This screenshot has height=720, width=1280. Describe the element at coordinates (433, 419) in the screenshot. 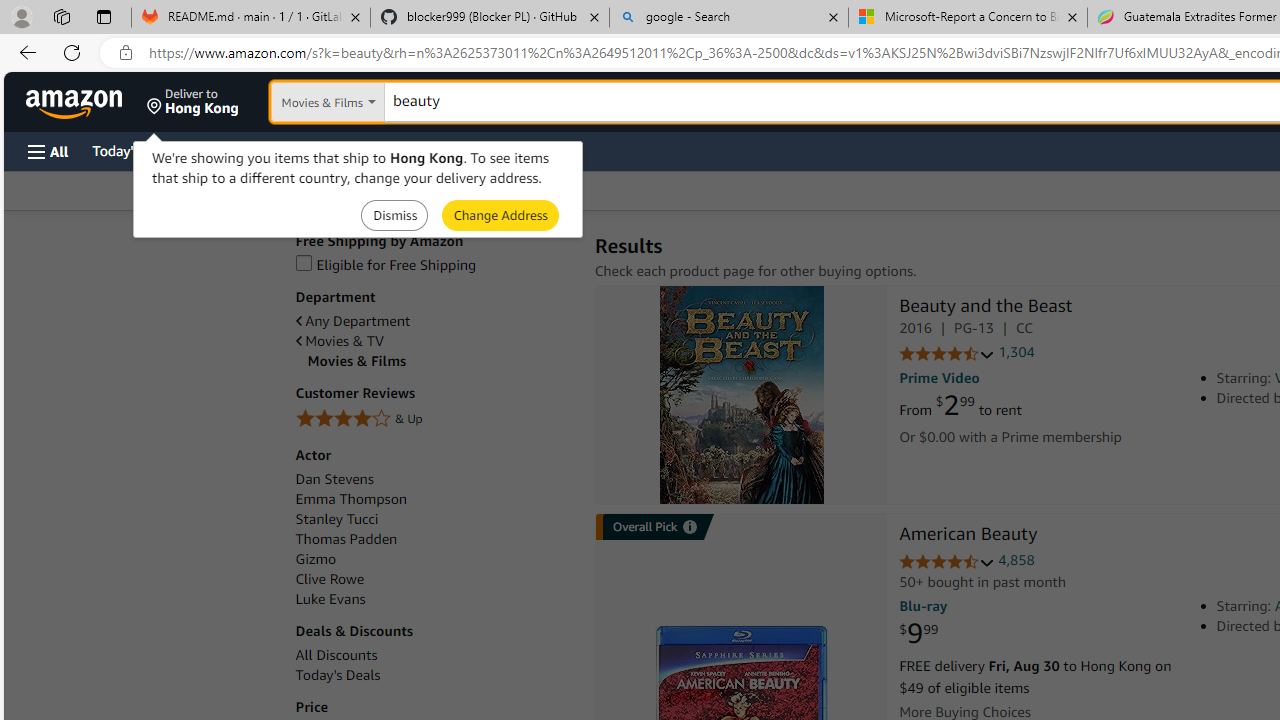

I see `'4 Stars & Up& Up'` at that location.